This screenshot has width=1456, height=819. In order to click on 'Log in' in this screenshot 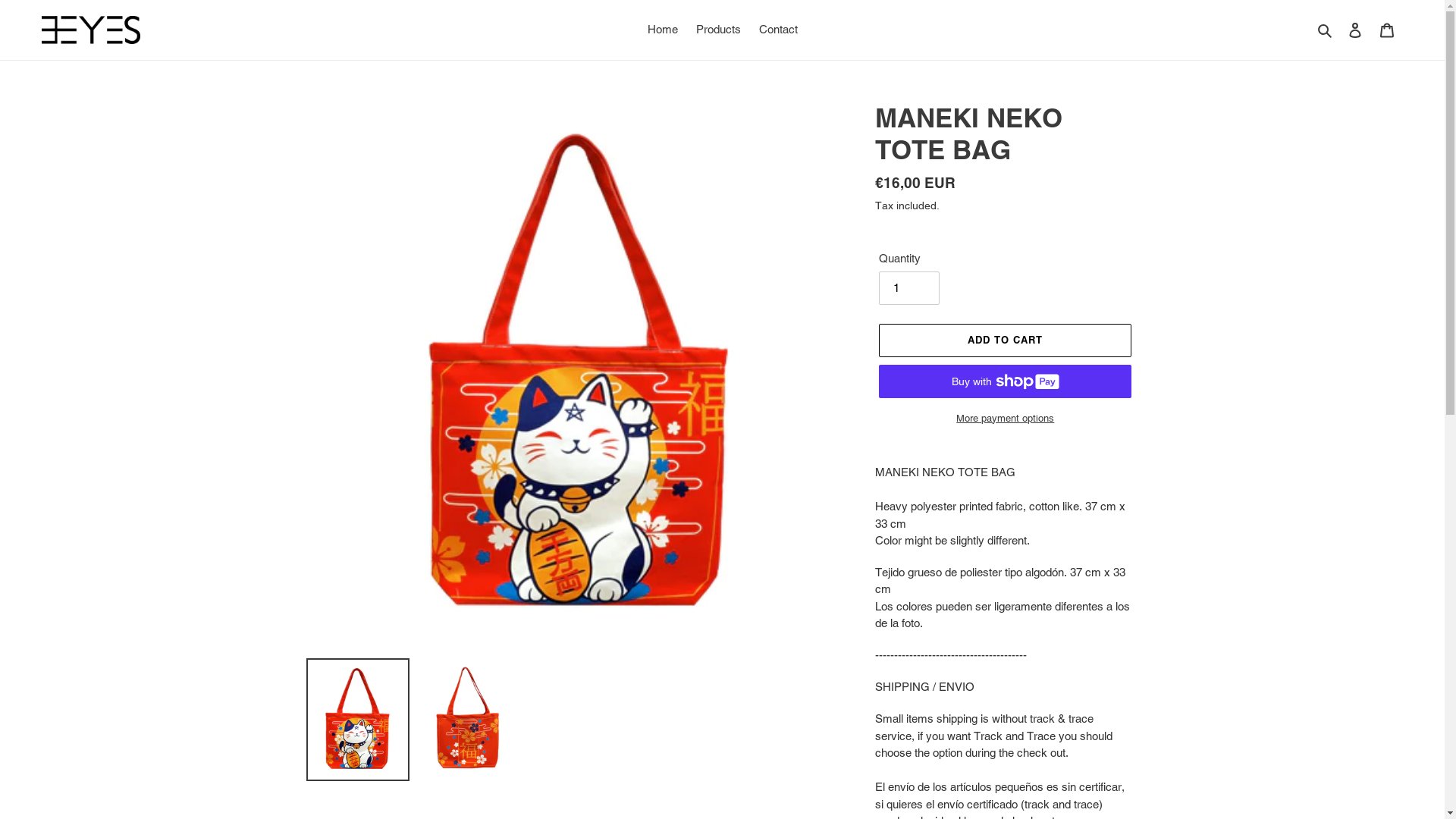, I will do `click(1354, 30)`.